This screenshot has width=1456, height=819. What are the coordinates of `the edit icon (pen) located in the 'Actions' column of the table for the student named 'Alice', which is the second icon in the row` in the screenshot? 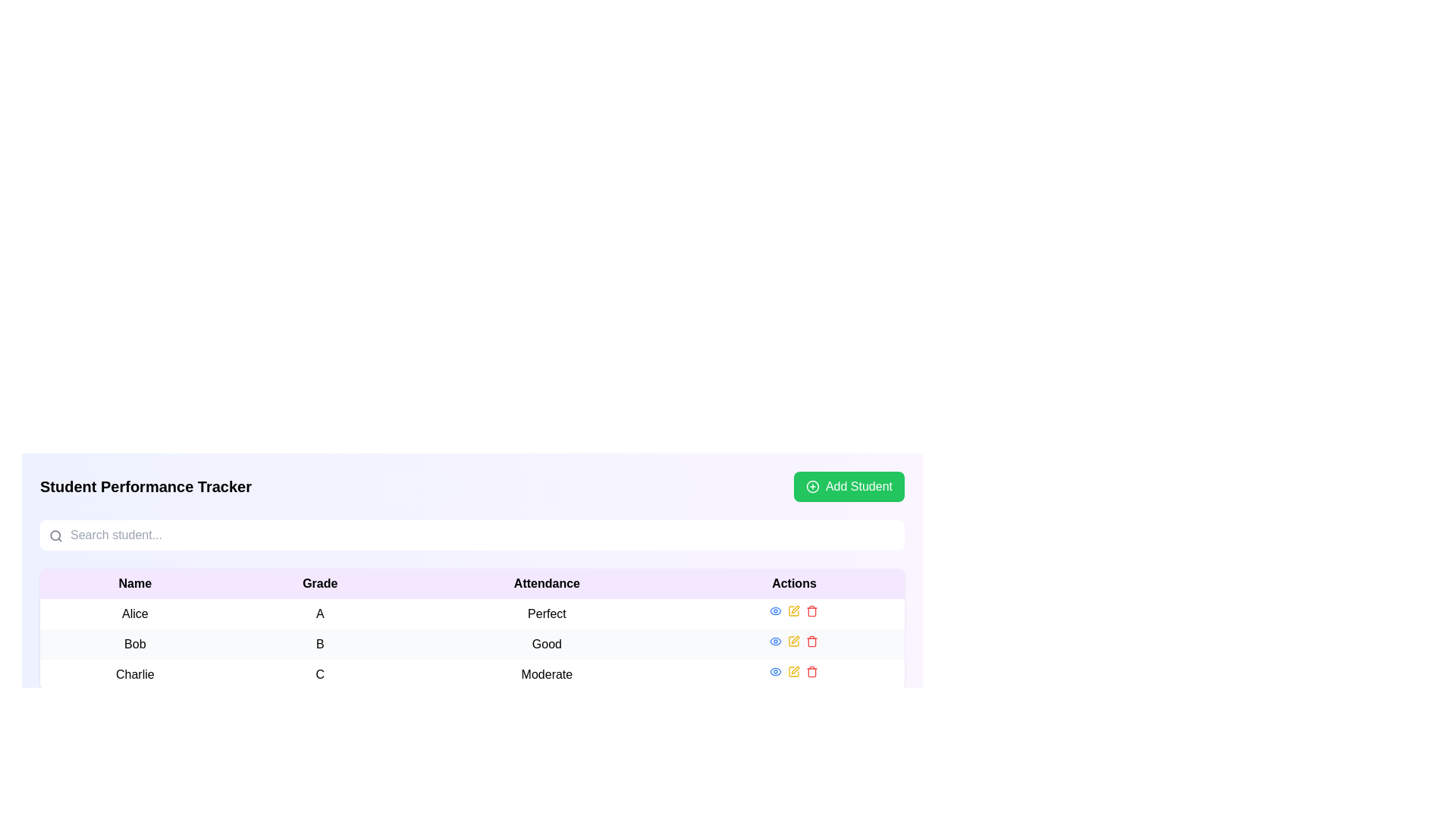 It's located at (795, 608).